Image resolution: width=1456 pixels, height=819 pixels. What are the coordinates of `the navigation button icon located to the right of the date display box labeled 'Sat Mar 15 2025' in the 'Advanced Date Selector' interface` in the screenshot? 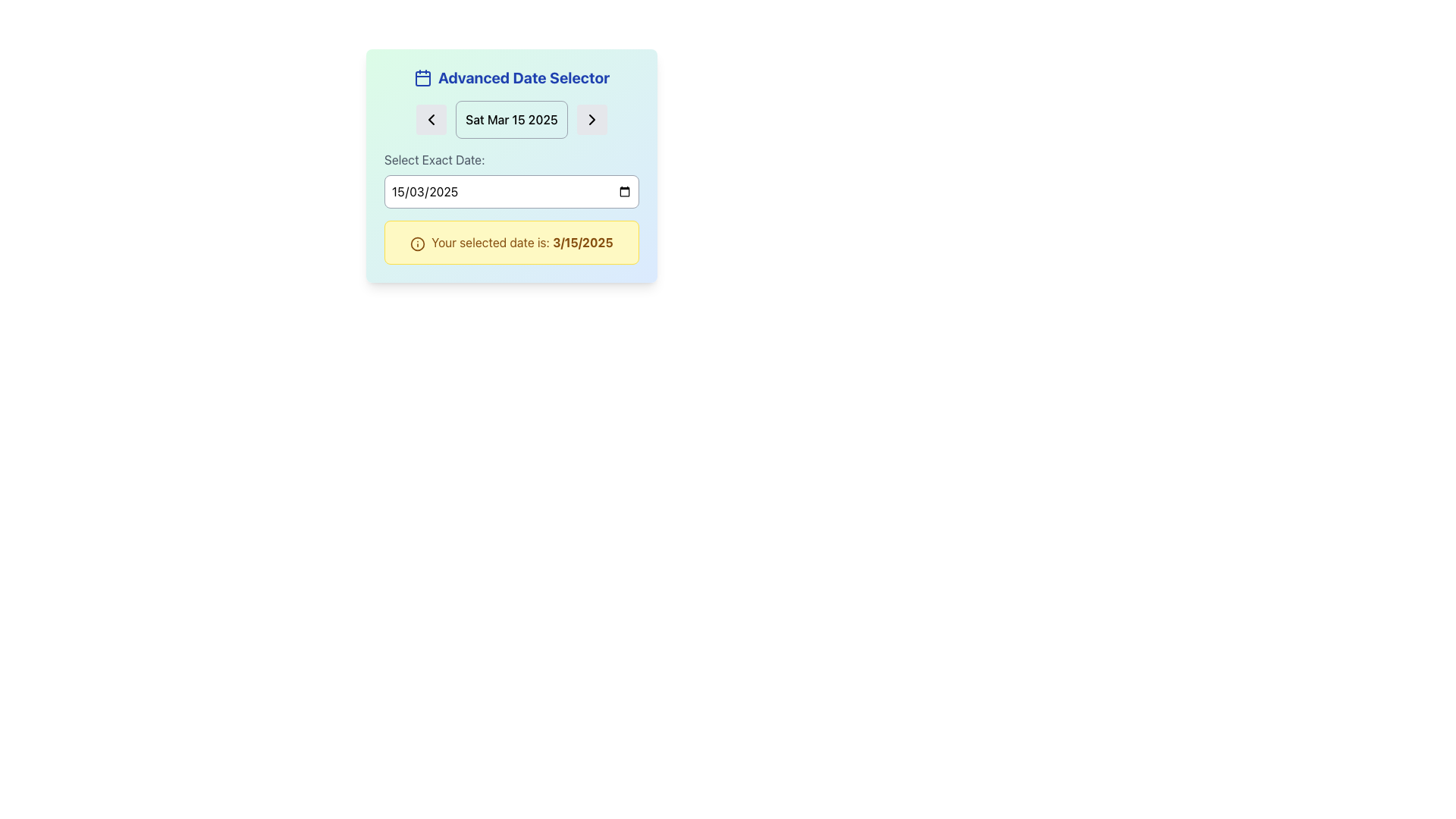 It's located at (591, 119).